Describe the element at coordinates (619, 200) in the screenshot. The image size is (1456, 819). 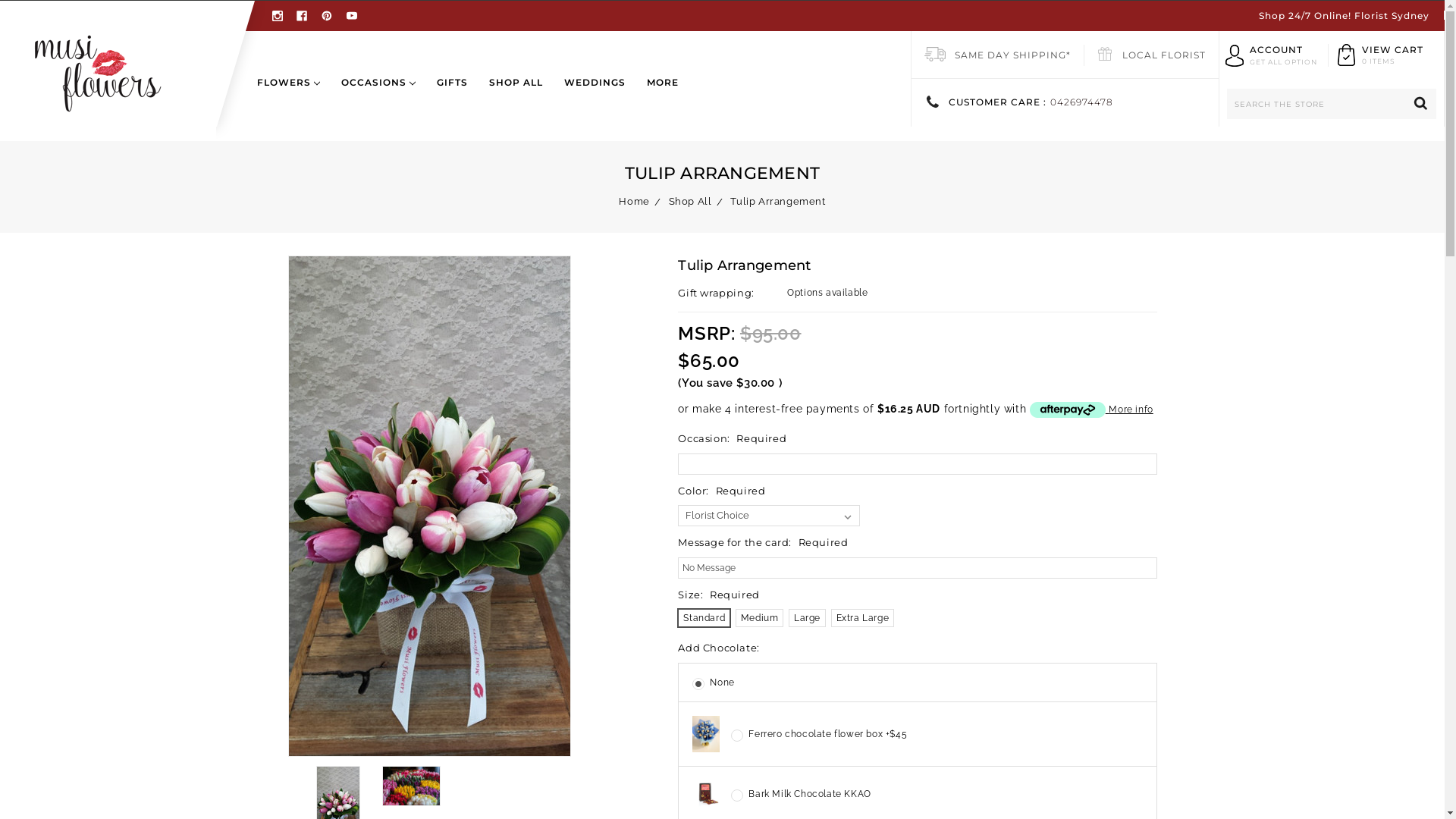
I see `'Home'` at that location.